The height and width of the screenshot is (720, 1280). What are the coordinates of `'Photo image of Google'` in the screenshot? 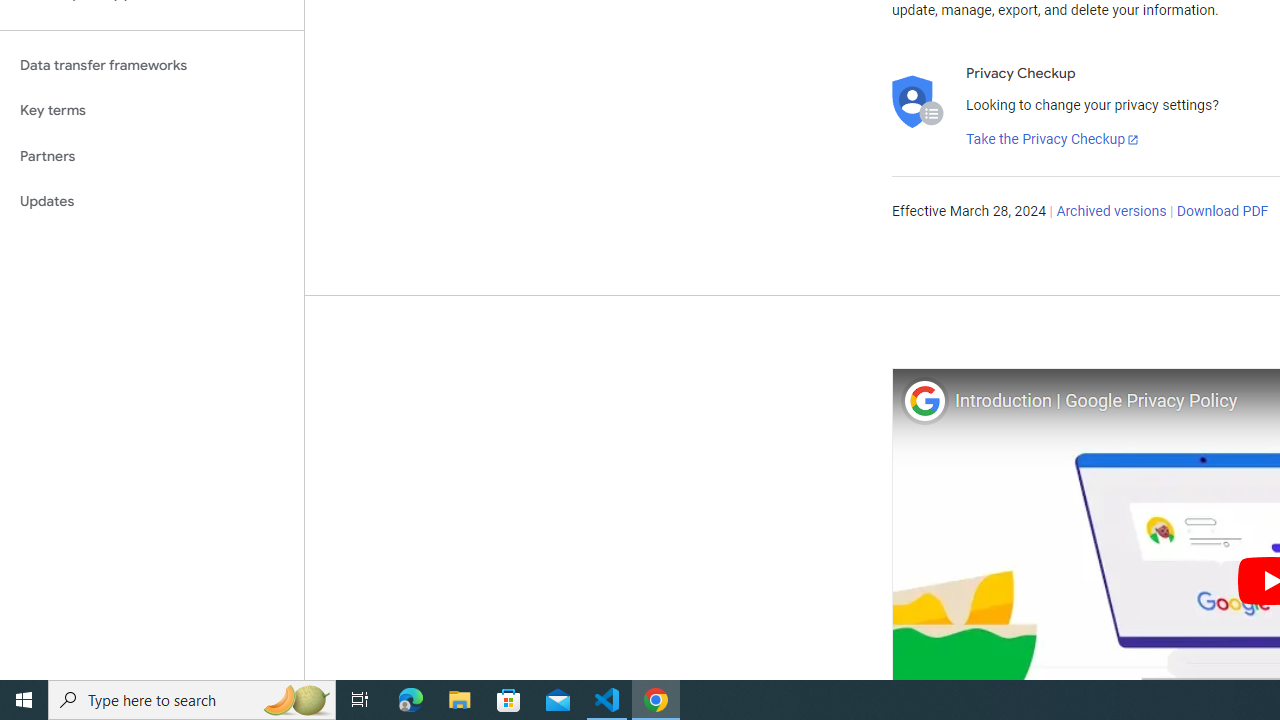 It's located at (923, 400).